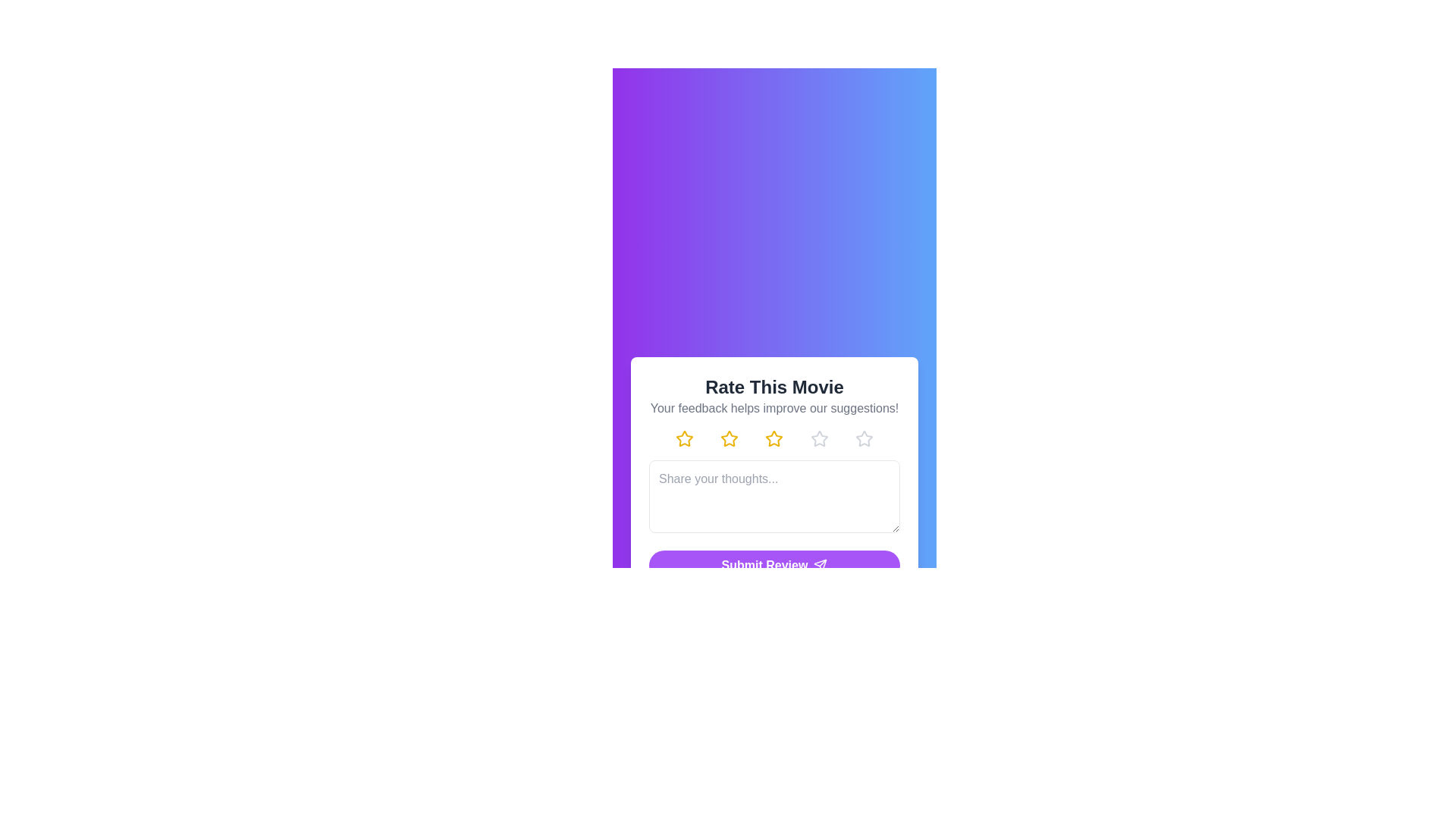  Describe the element at coordinates (730, 438) in the screenshot. I see `to select the second star in the horizontal rating section, which is a golden-yellow star icon` at that location.